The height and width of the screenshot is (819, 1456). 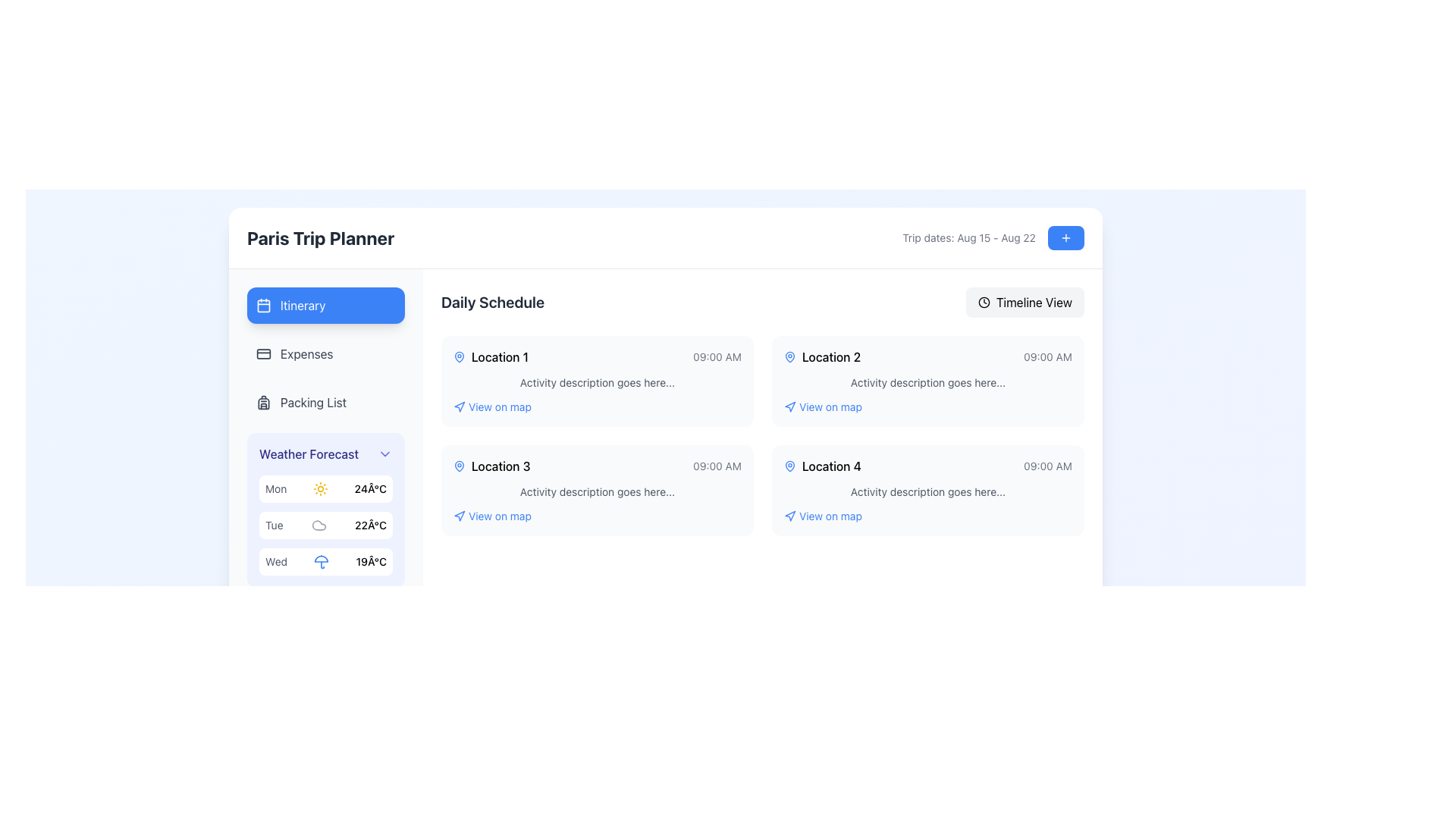 What do you see at coordinates (927, 406) in the screenshot?
I see `the hyperlink labeled 'View on map' for 'Location 2'` at bounding box center [927, 406].